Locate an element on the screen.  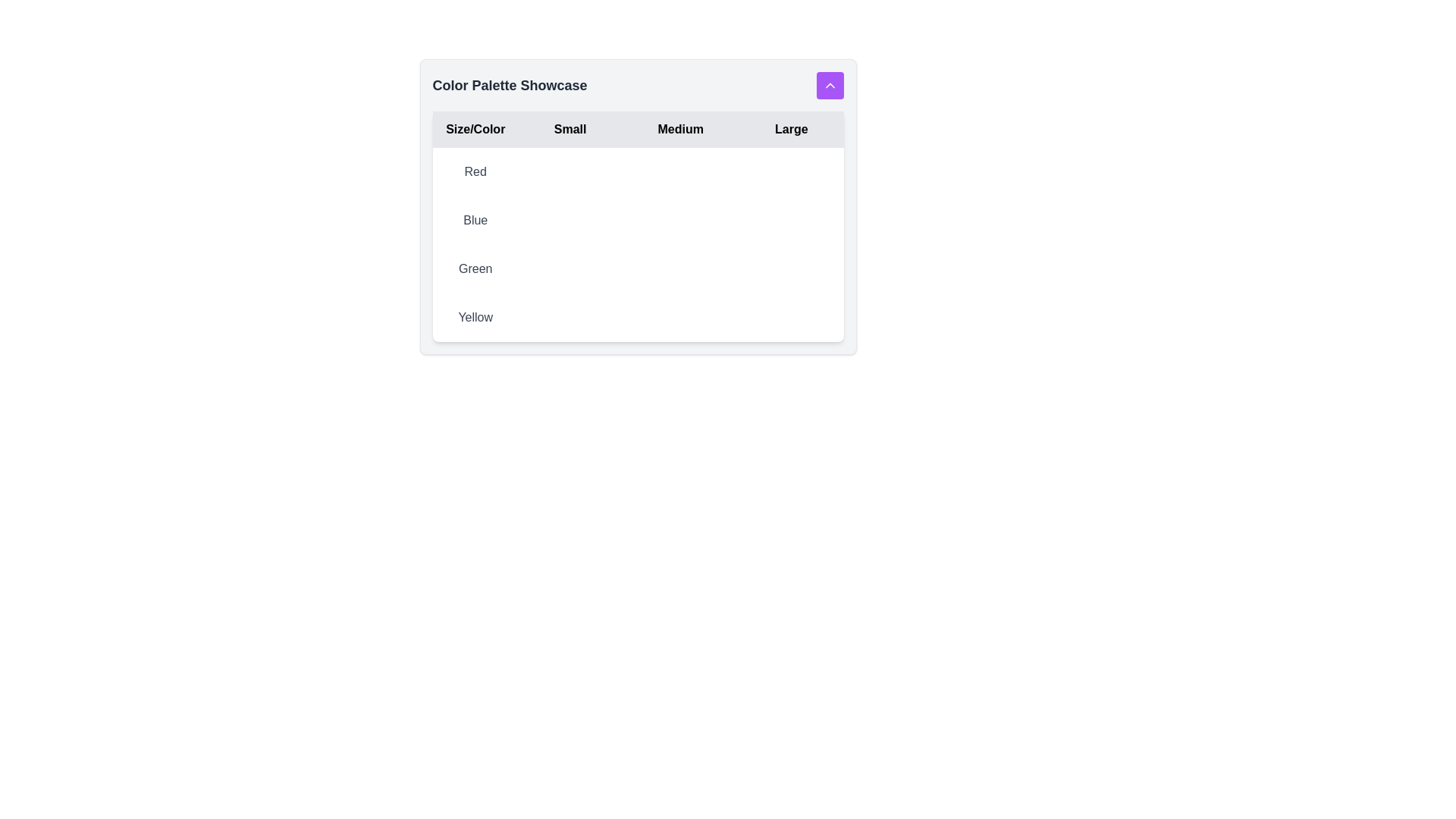
the 'Small' size button in the 'Red' color category within the 'Color Palette Showcase' interface to select it is located at coordinates (570, 171).